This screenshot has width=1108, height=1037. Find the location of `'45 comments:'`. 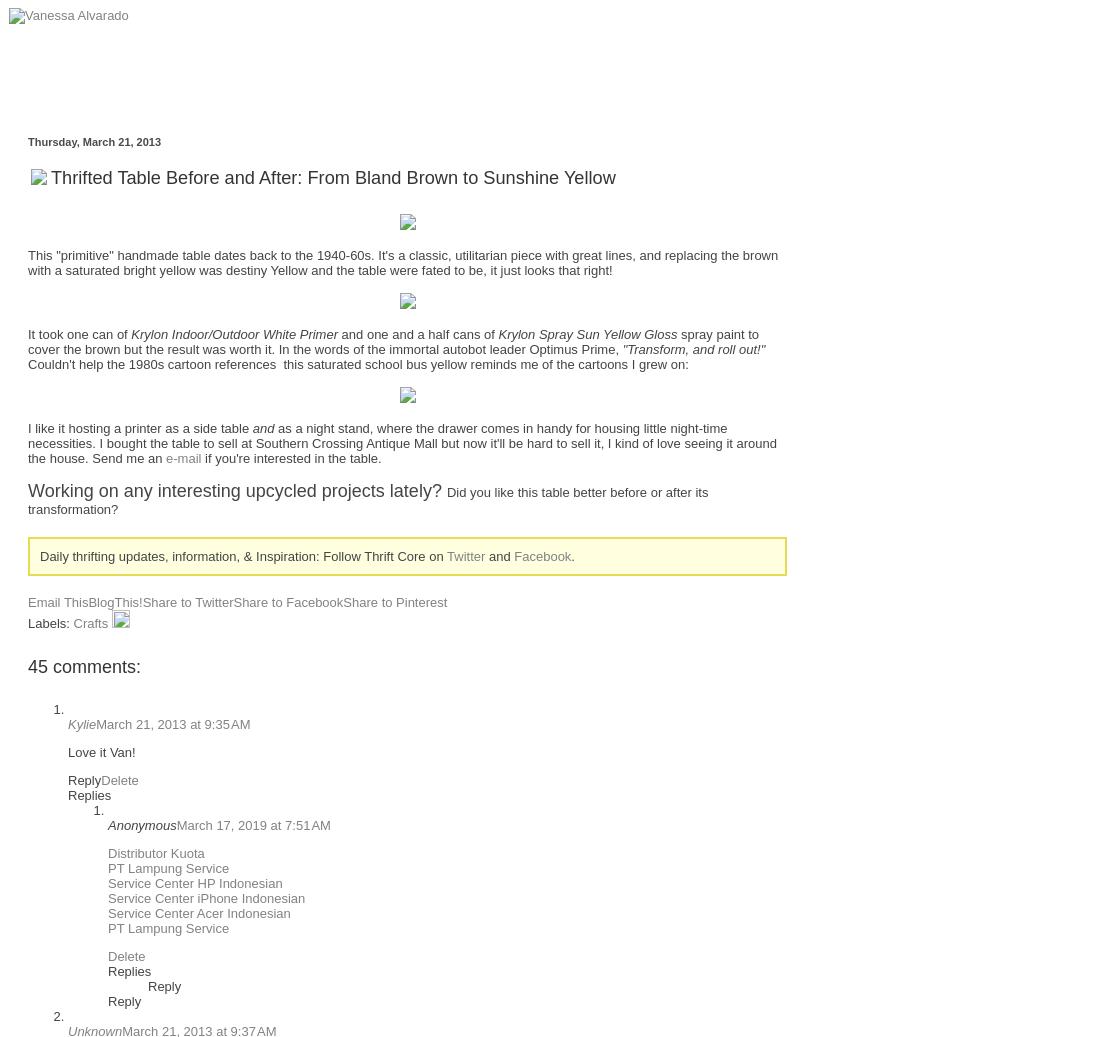

'45 comments:' is located at coordinates (83, 666).